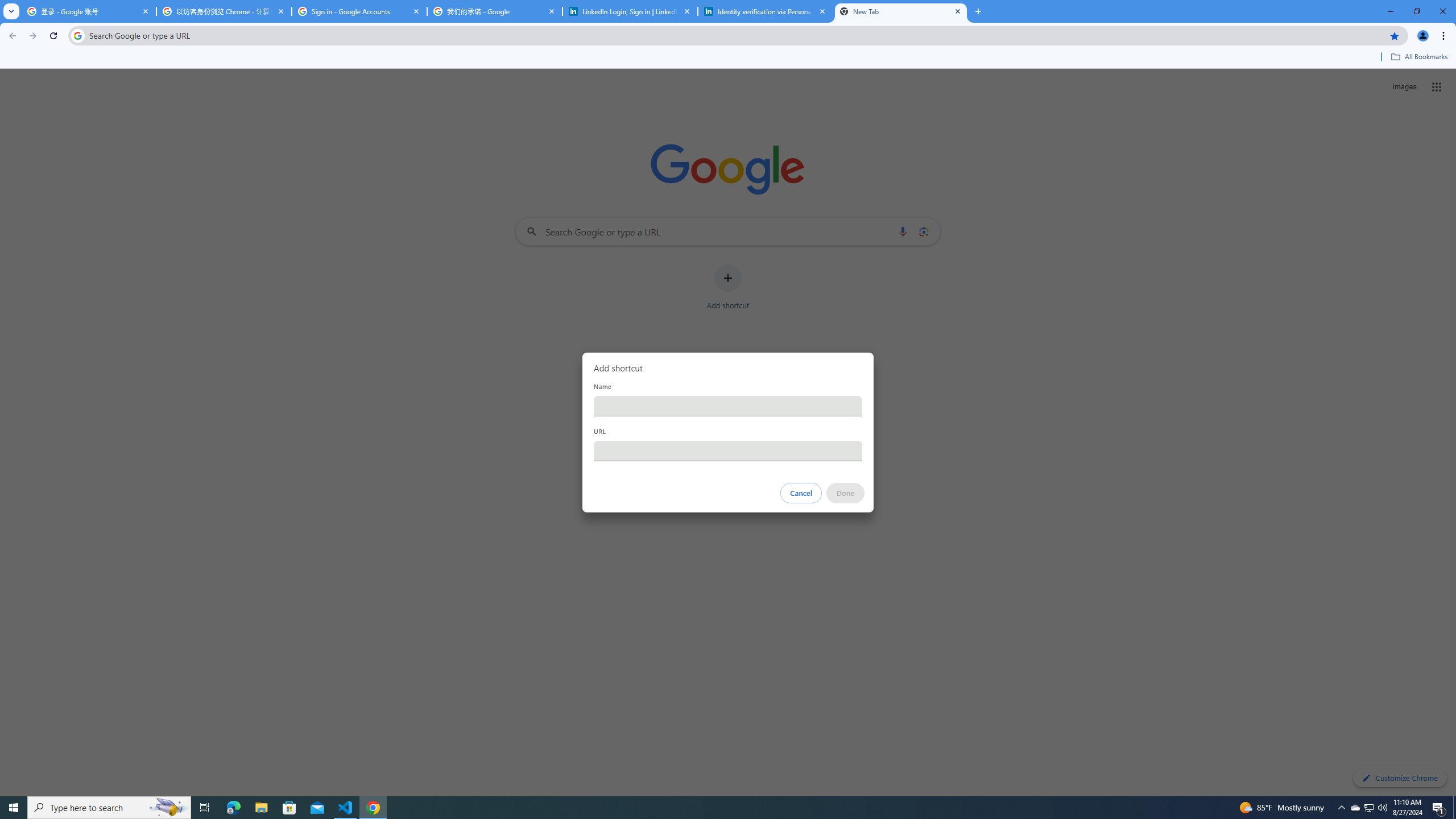 The width and height of the screenshot is (1456, 819). What do you see at coordinates (846, 493) in the screenshot?
I see `'Done'` at bounding box center [846, 493].